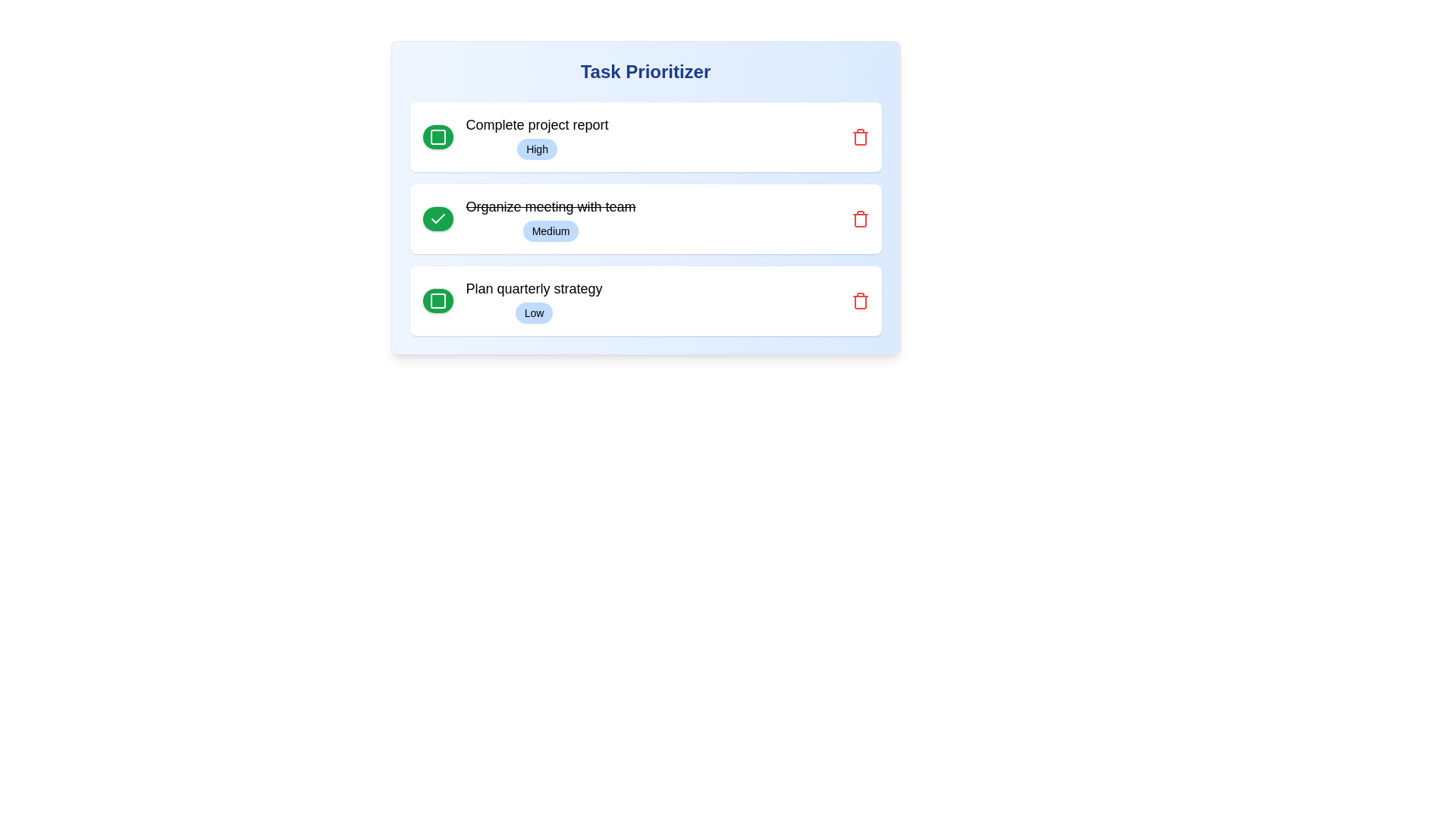  What do you see at coordinates (534, 301) in the screenshot?
I see `the associated checkbox of the last task item in the 'Task Prioritizer' interface to mark the task with 'Low' priority as done` at bounding box center [534, 301].